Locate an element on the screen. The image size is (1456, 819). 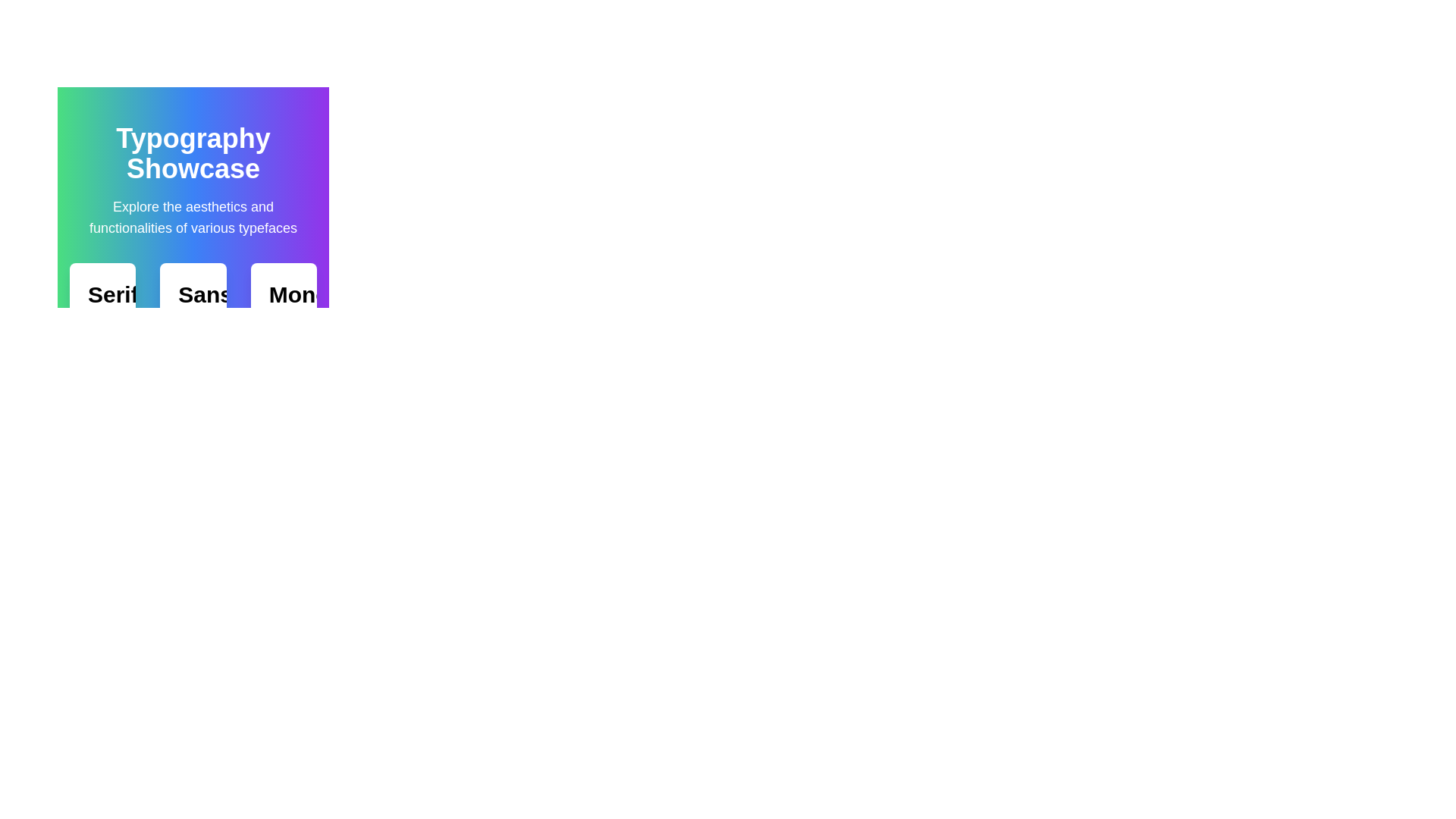
displayed text of the Header text group that contains 'Typography Showcase' and its description 'Explore the aesthetics and functionalities of various typefaces.' is located at coordinates (192, 180).